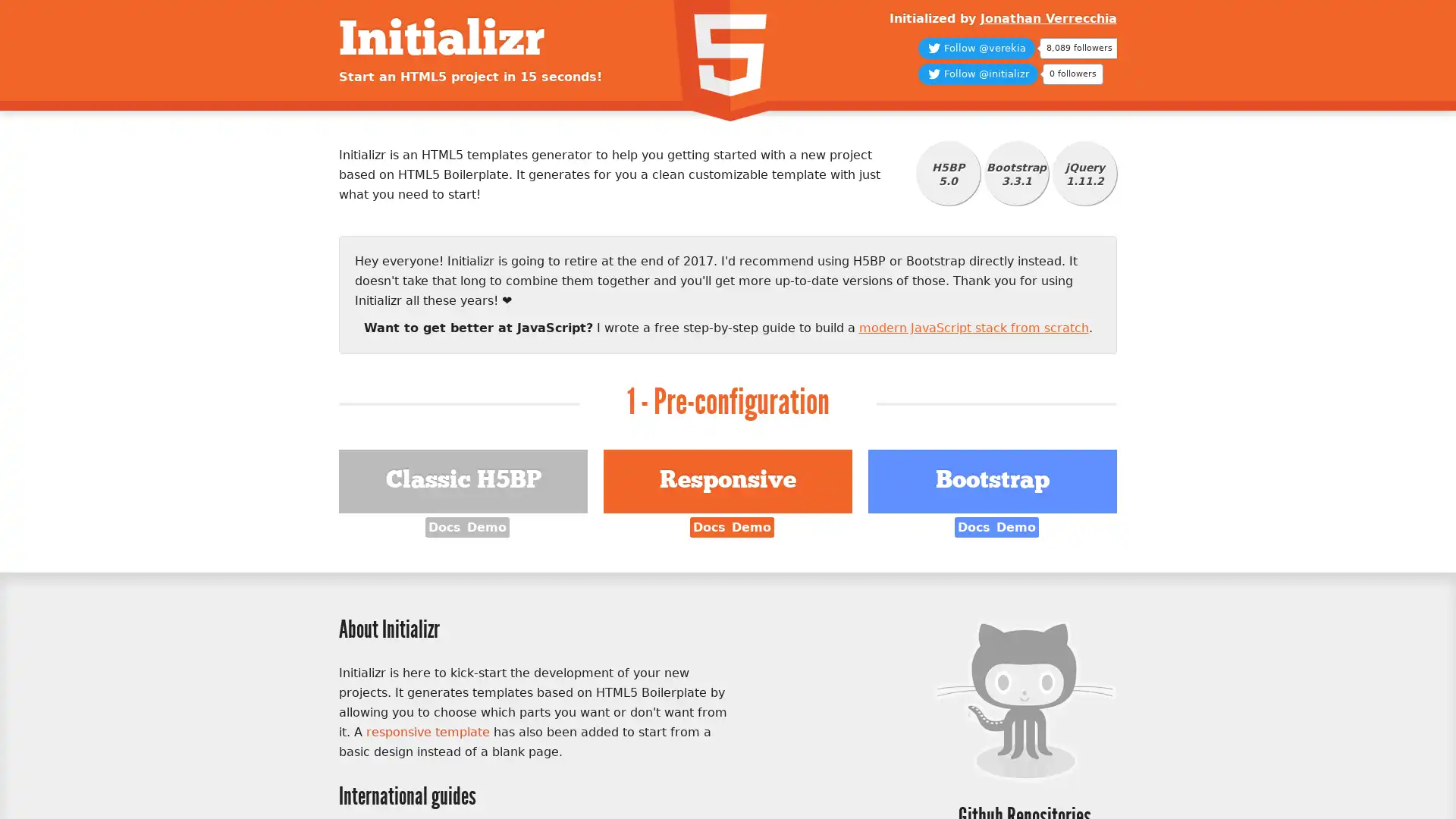  Describe the element at coordinates (462, 482) in the screenshot. I see `Classic H5BP` at that location.